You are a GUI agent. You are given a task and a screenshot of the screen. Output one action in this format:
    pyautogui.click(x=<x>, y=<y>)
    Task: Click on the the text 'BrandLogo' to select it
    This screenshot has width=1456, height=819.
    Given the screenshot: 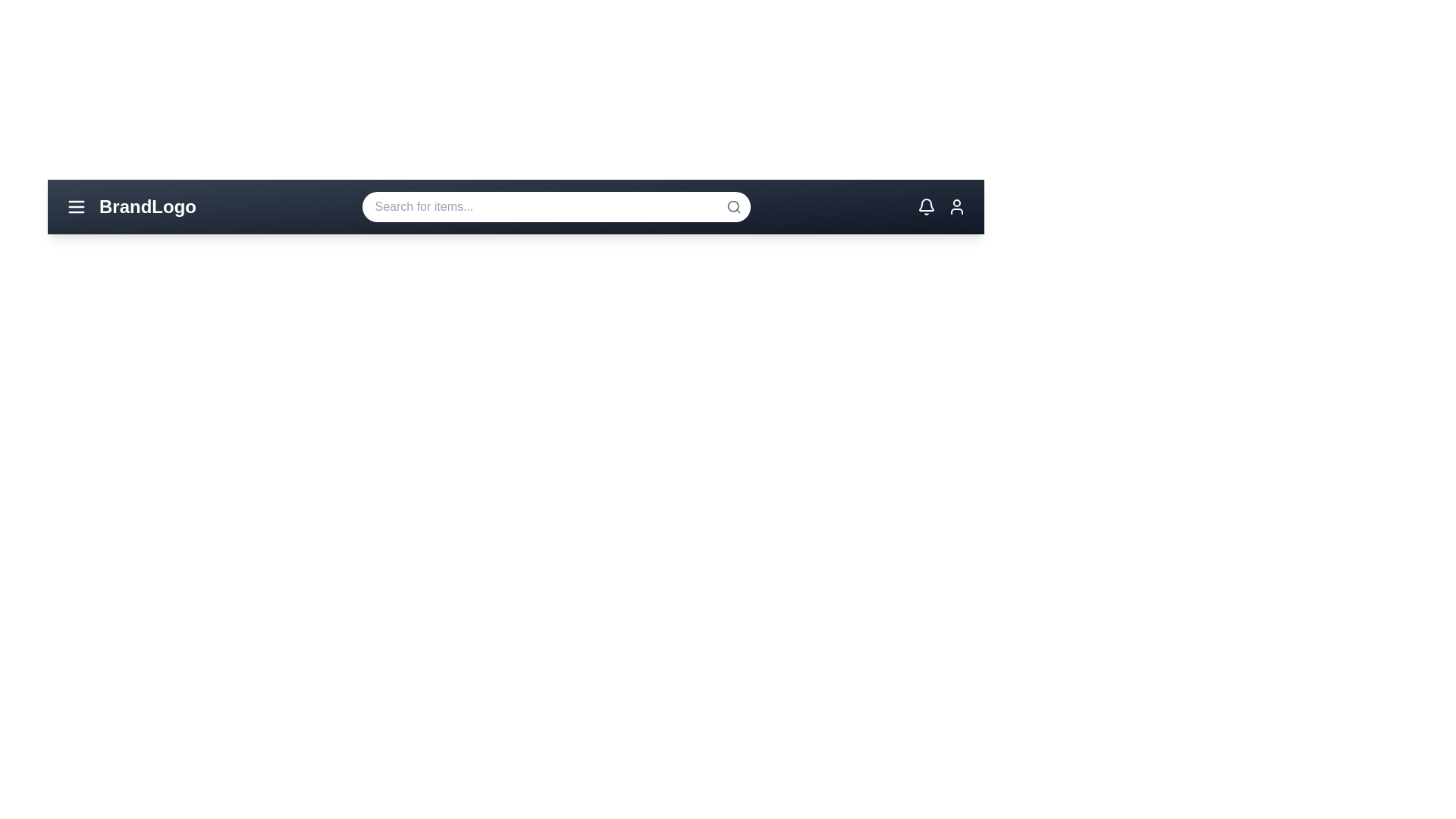 What is the action you would take?
    pyautogui.click(x=148, y=207)
    